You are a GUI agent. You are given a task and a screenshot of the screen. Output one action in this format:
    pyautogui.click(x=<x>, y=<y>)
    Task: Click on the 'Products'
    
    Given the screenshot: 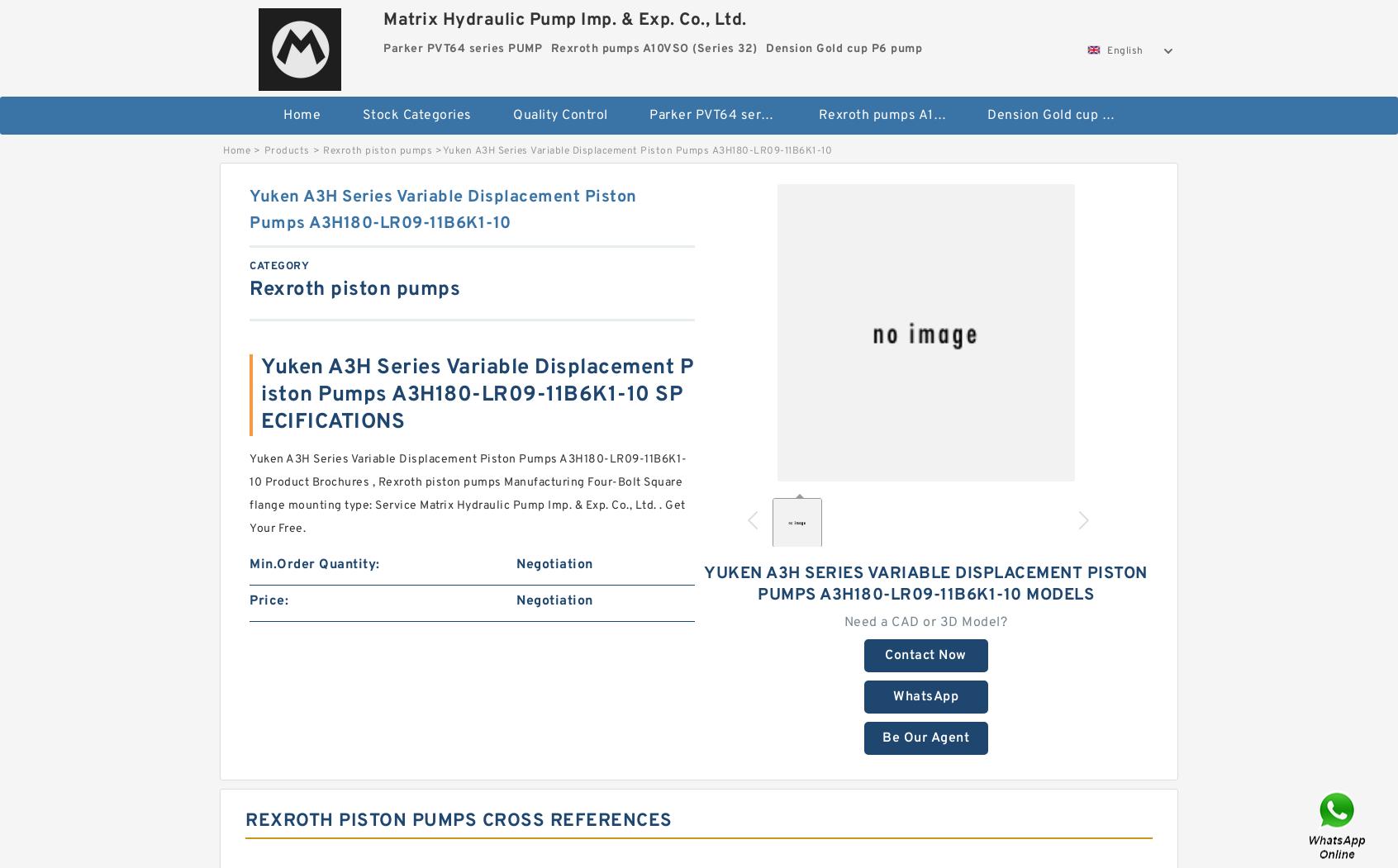 What is the action you would take?
    pyautogui.click(x=262, y=150)
    